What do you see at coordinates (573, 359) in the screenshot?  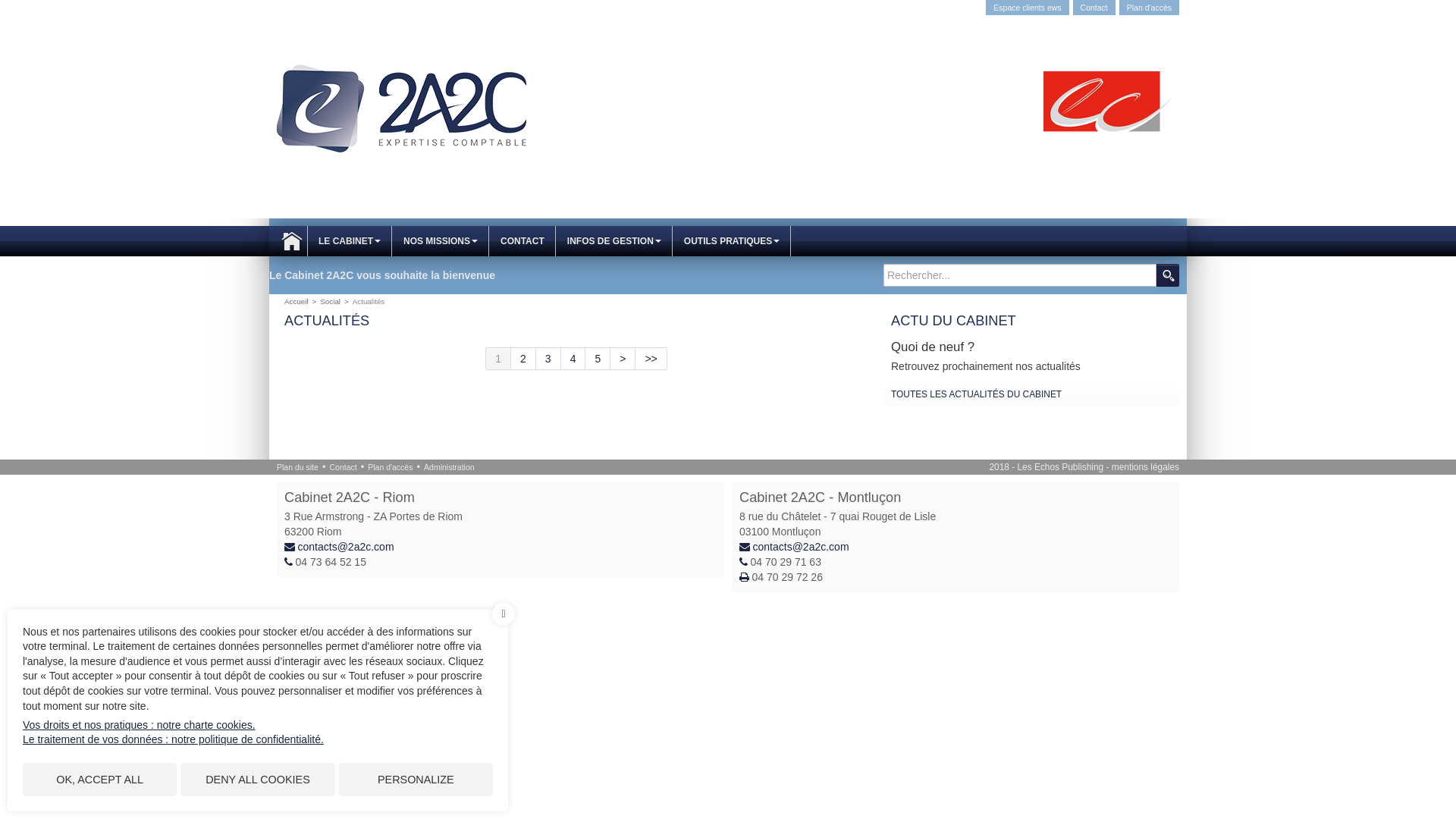 I see `'4'` at bounding box center [573, 359].